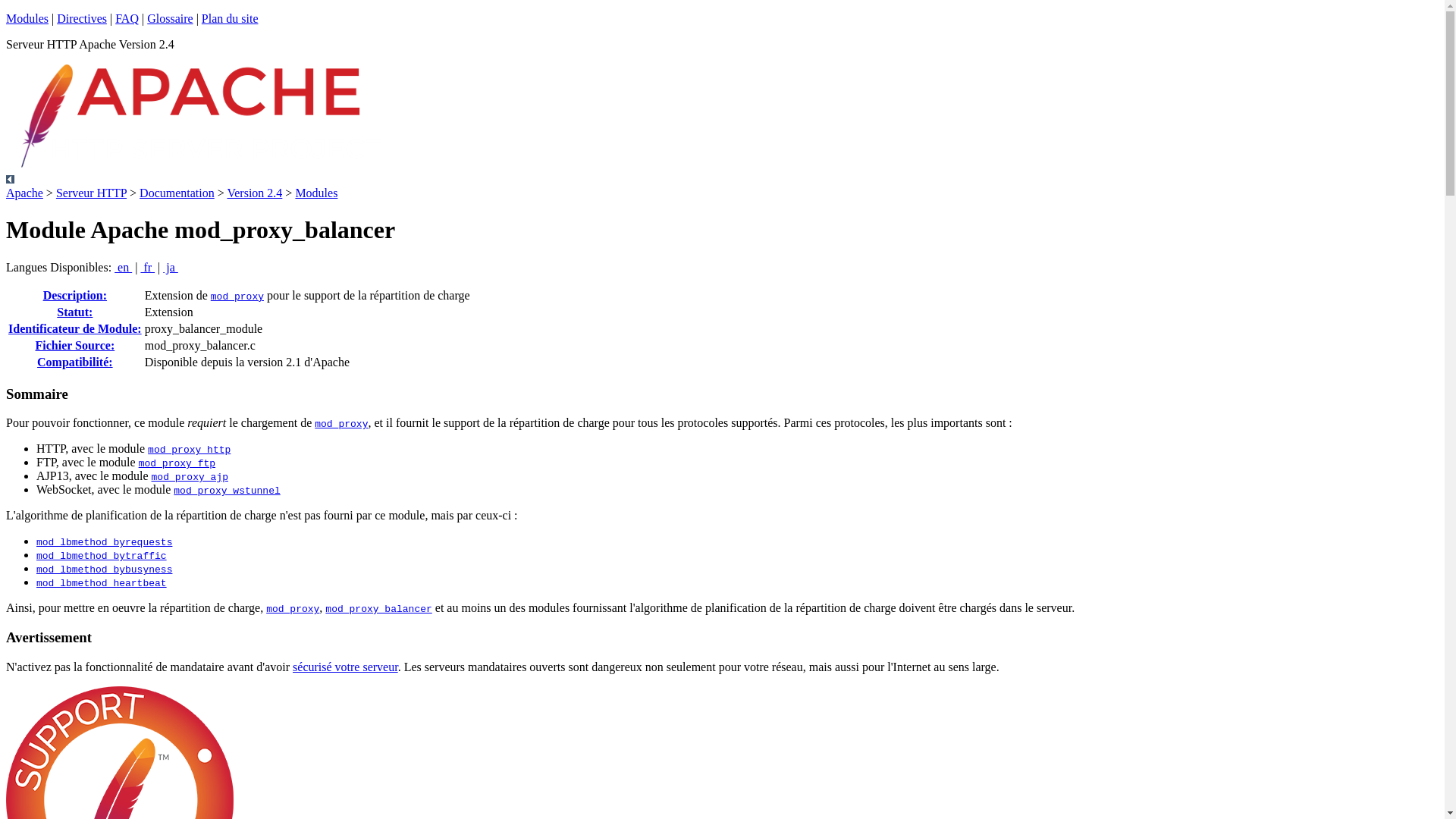 Image resolution: width=1456 pixels, height=819 pixels. I want to click on 'Plan du site', so click(229, 18).